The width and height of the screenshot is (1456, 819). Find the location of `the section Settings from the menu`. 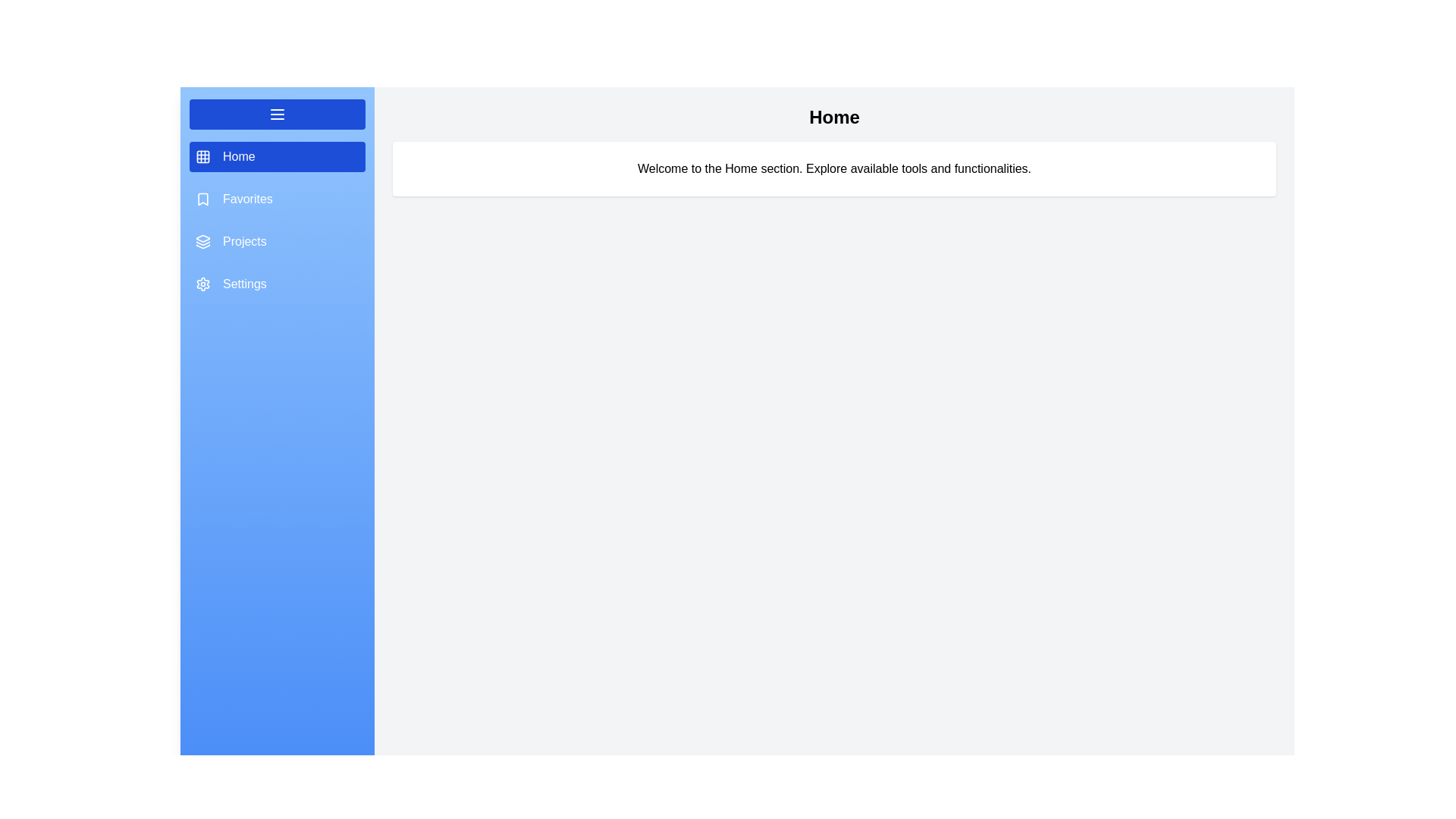

the section Settings from the menu is located at coordinates (277, 284).